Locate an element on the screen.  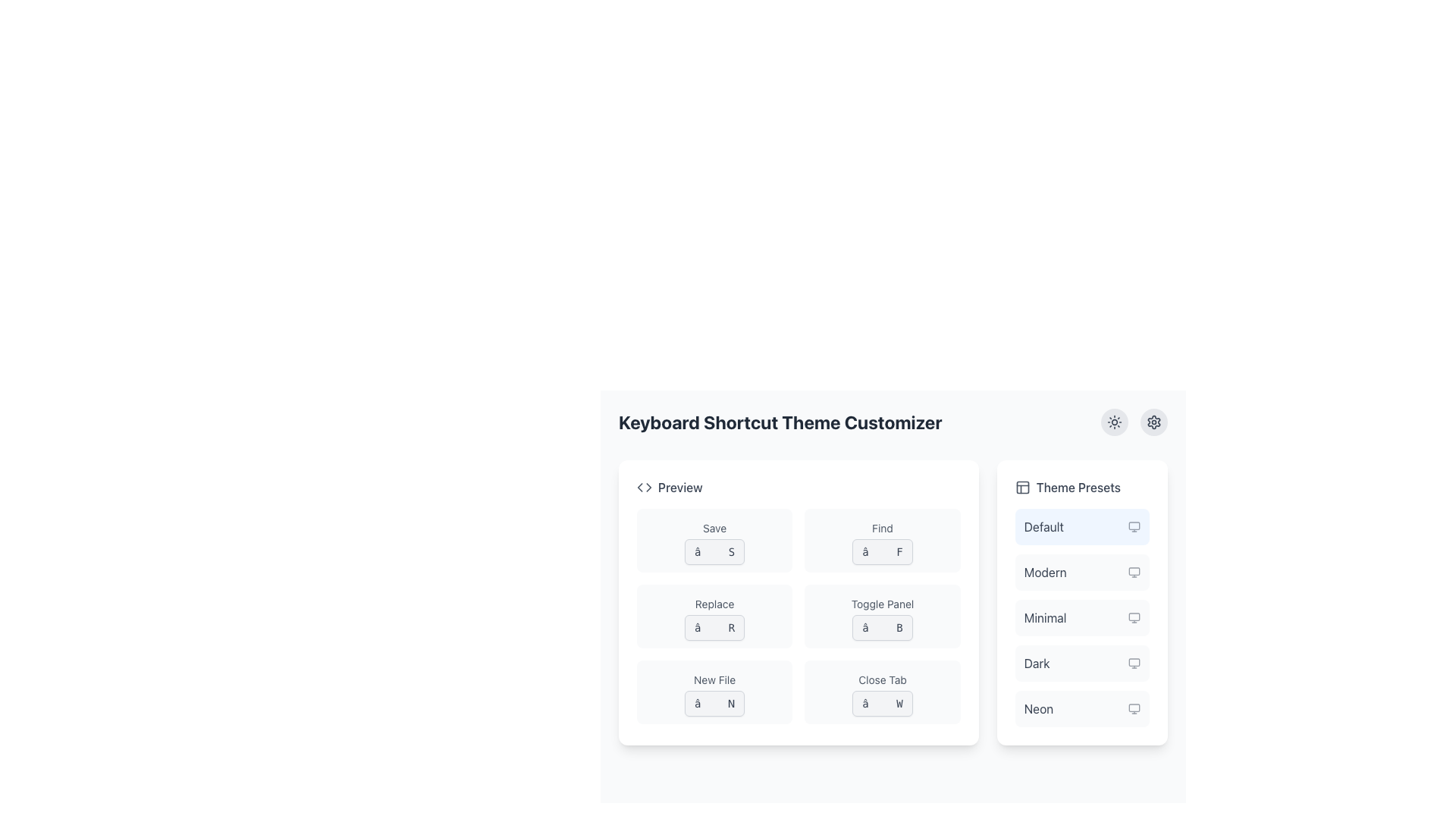
the 'Save' textual label, which is a small gray font component located at the top of the keyboard shortcut section is located at coordinates (714, 528).